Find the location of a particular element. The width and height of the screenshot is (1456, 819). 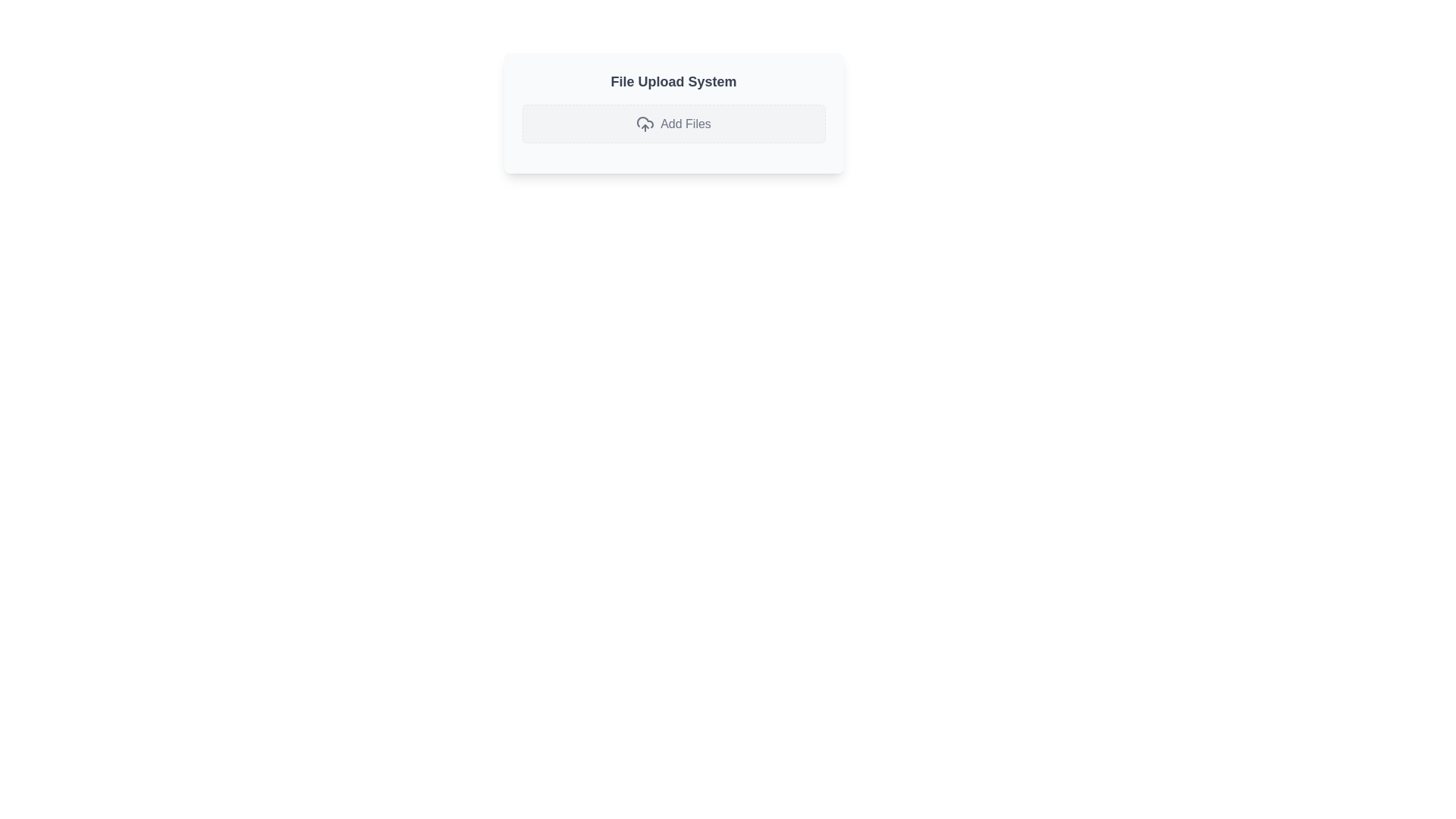

the file upload button located below the 'File Upload System' heading to observe the hover effect is located at coordinates (673, 123).